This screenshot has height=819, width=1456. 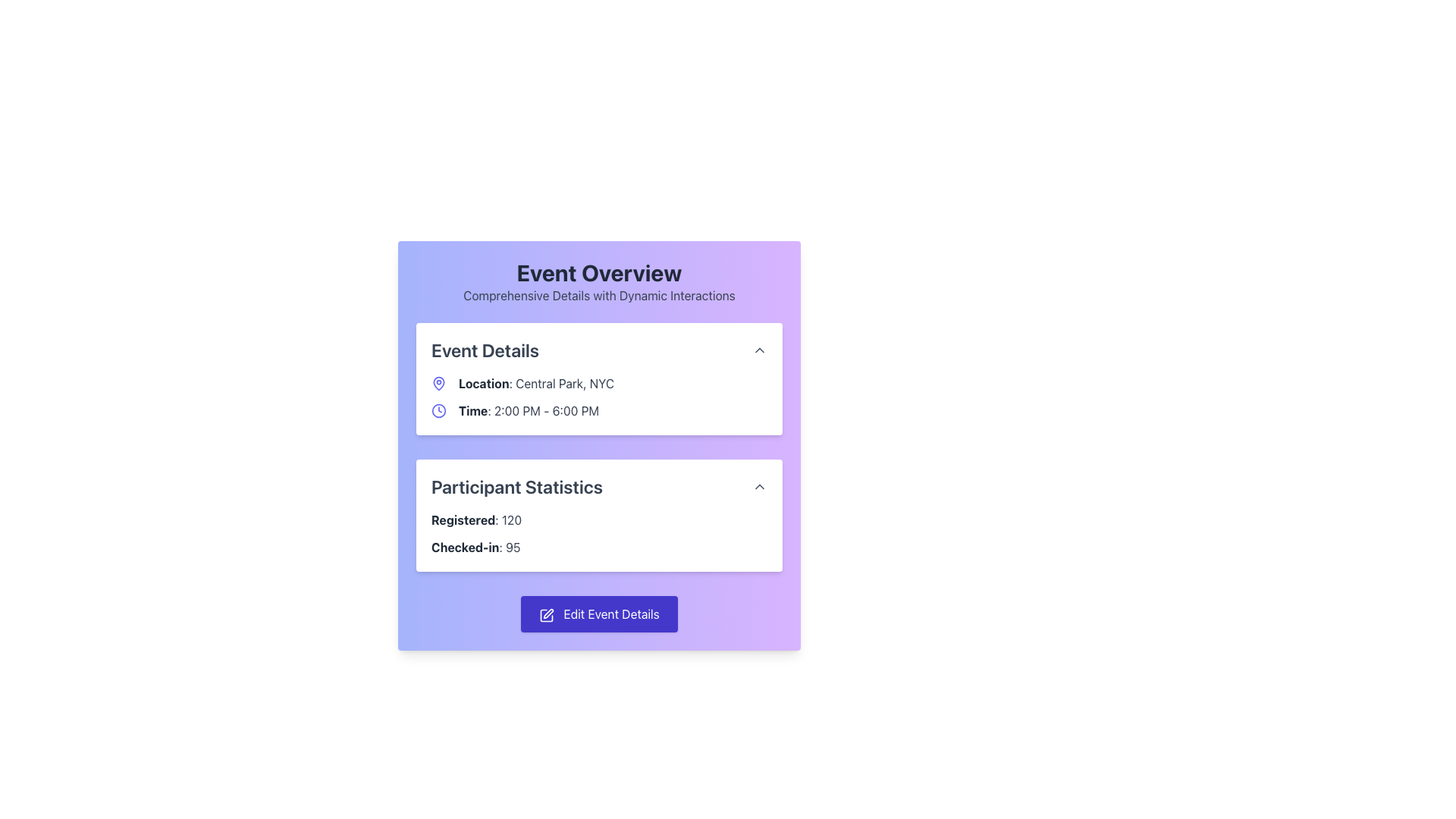 I want to click on the small chevron-shaped button pointing upwards, located next to the 'Participant Statistics' heading, so click(x=760, y=486).